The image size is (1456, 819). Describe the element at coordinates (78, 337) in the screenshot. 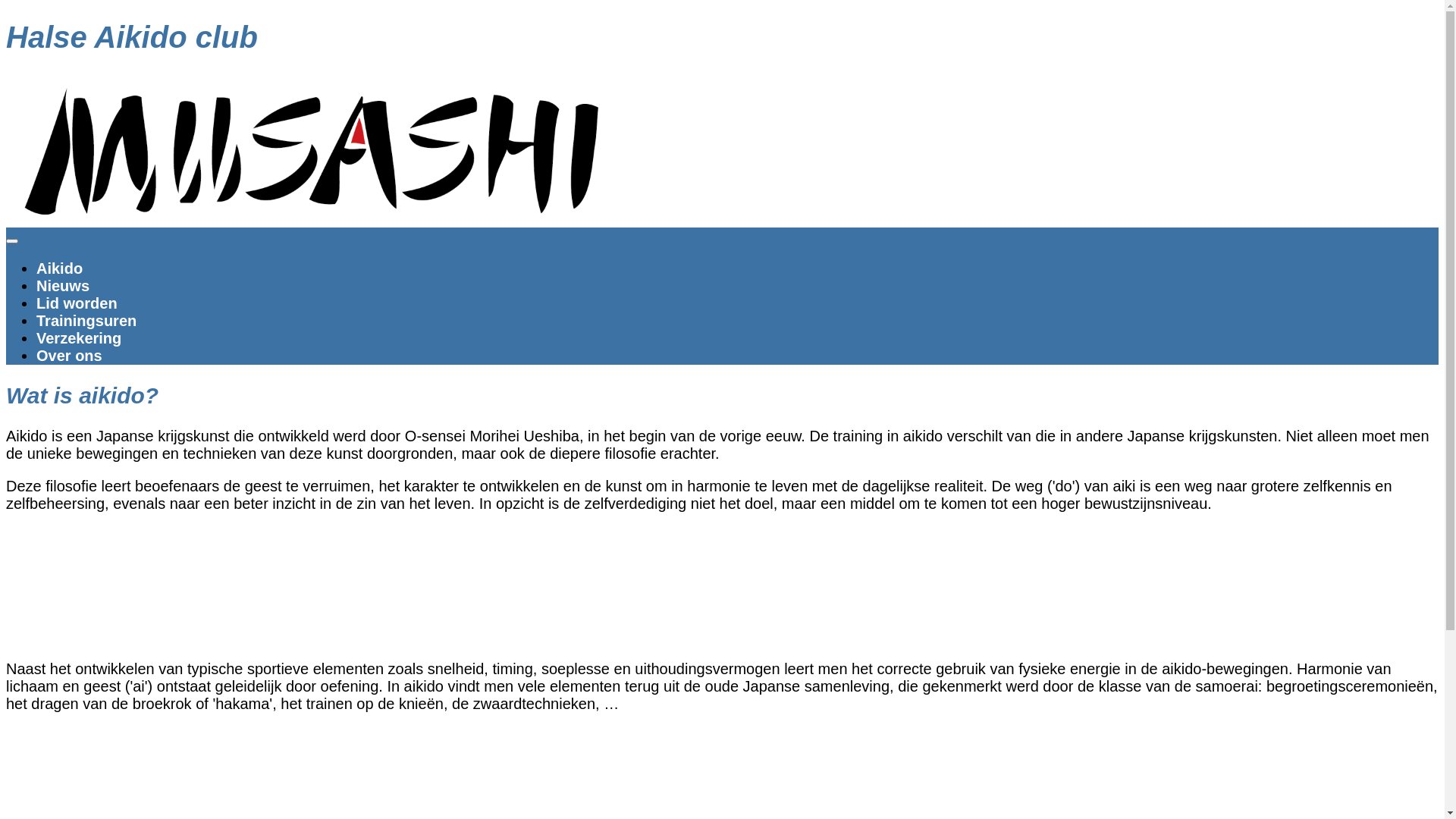

I see `'Verzekering'` at that location.